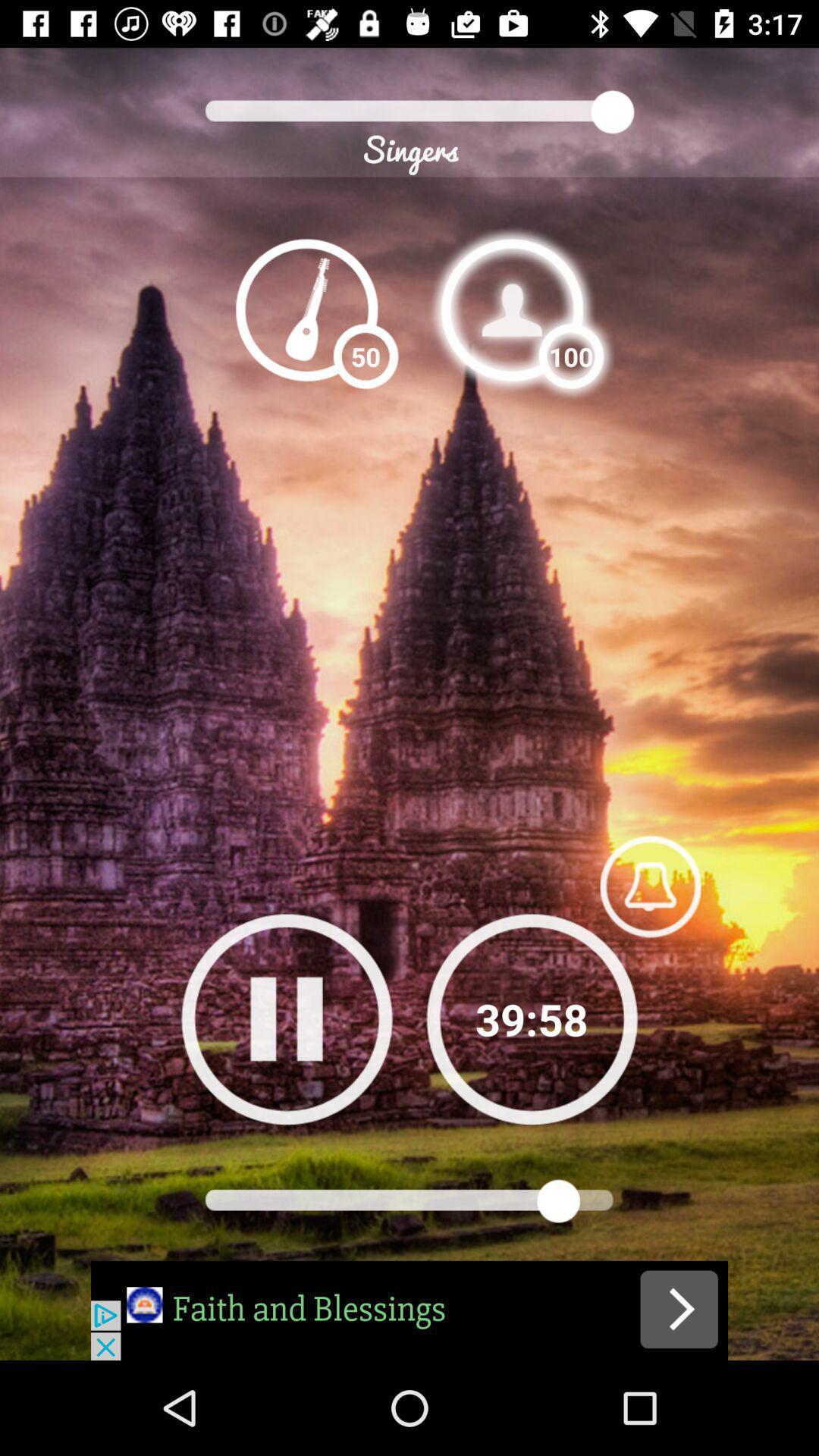 The height and width of the screenshot is (1456, 819). Describe the element at coordinates (409, 1310) in the screenshot. I see `the song` at that location.